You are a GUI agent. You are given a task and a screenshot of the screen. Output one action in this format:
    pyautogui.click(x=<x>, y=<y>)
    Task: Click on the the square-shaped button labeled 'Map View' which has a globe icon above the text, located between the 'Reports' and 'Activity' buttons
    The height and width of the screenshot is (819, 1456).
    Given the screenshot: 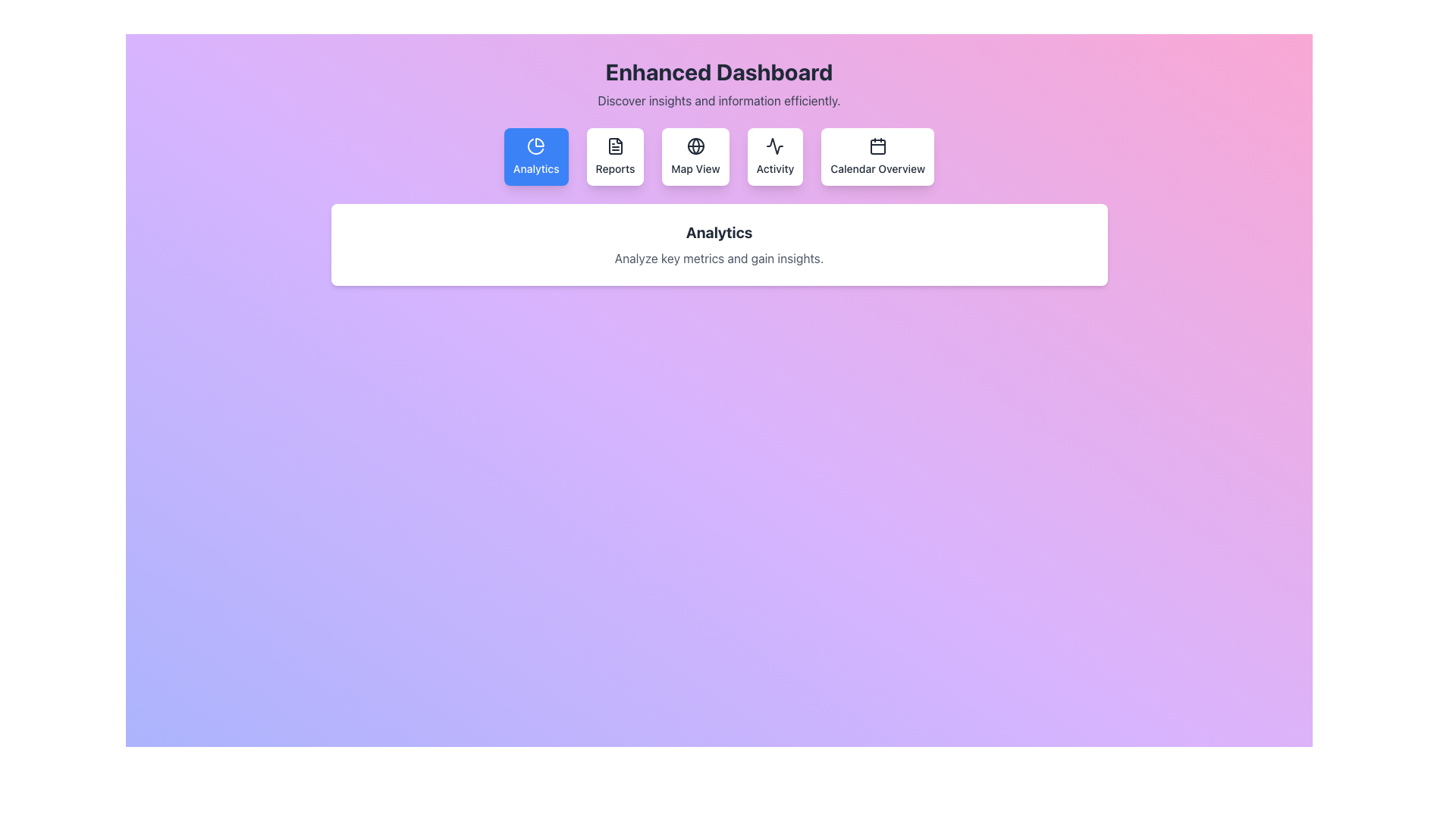 What is the action you would take?
    pyautogui.click(x=695, y=157)
    